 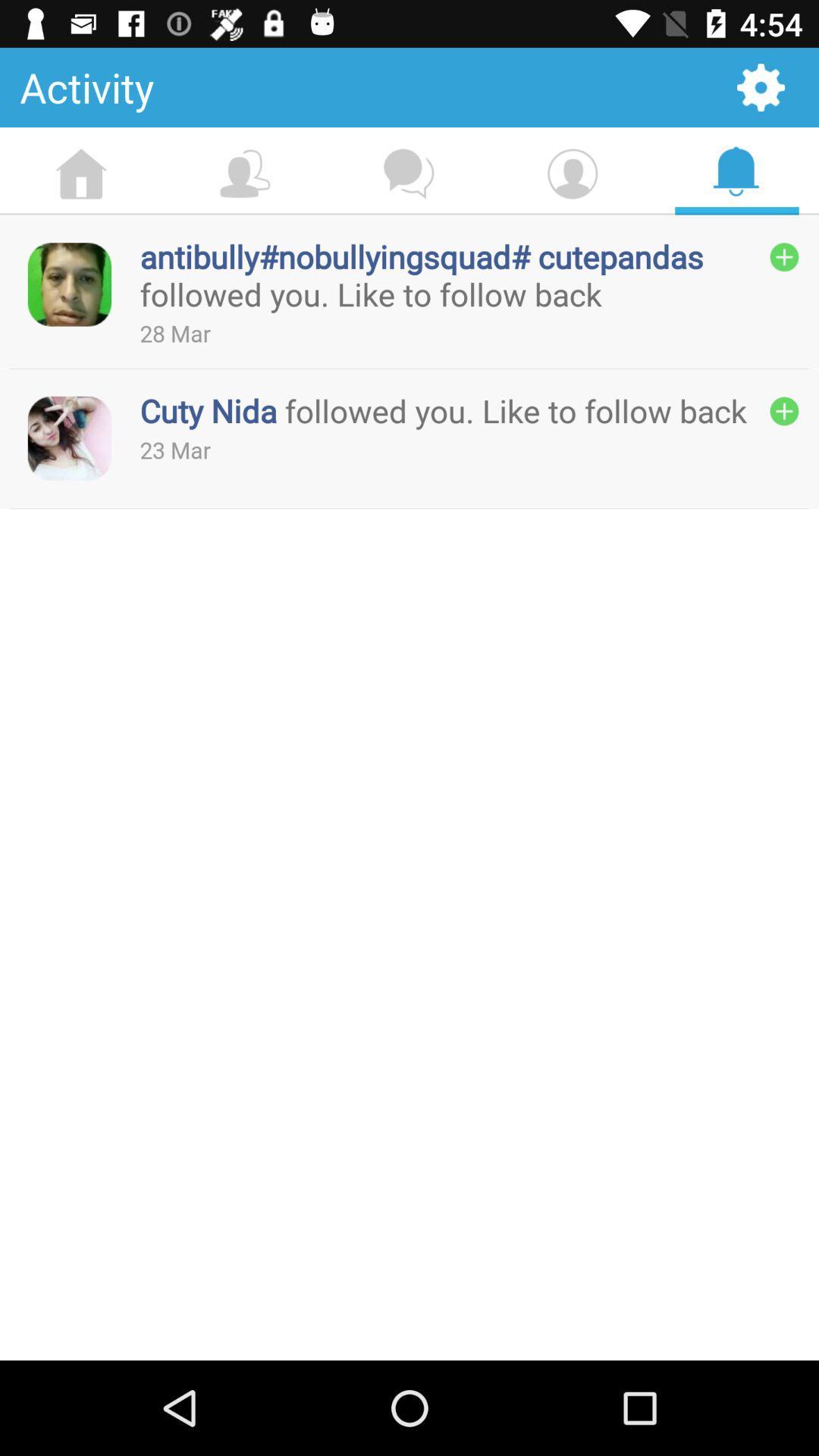 I want to click on icon to the right of the activity item, so click(x=761, y=86).